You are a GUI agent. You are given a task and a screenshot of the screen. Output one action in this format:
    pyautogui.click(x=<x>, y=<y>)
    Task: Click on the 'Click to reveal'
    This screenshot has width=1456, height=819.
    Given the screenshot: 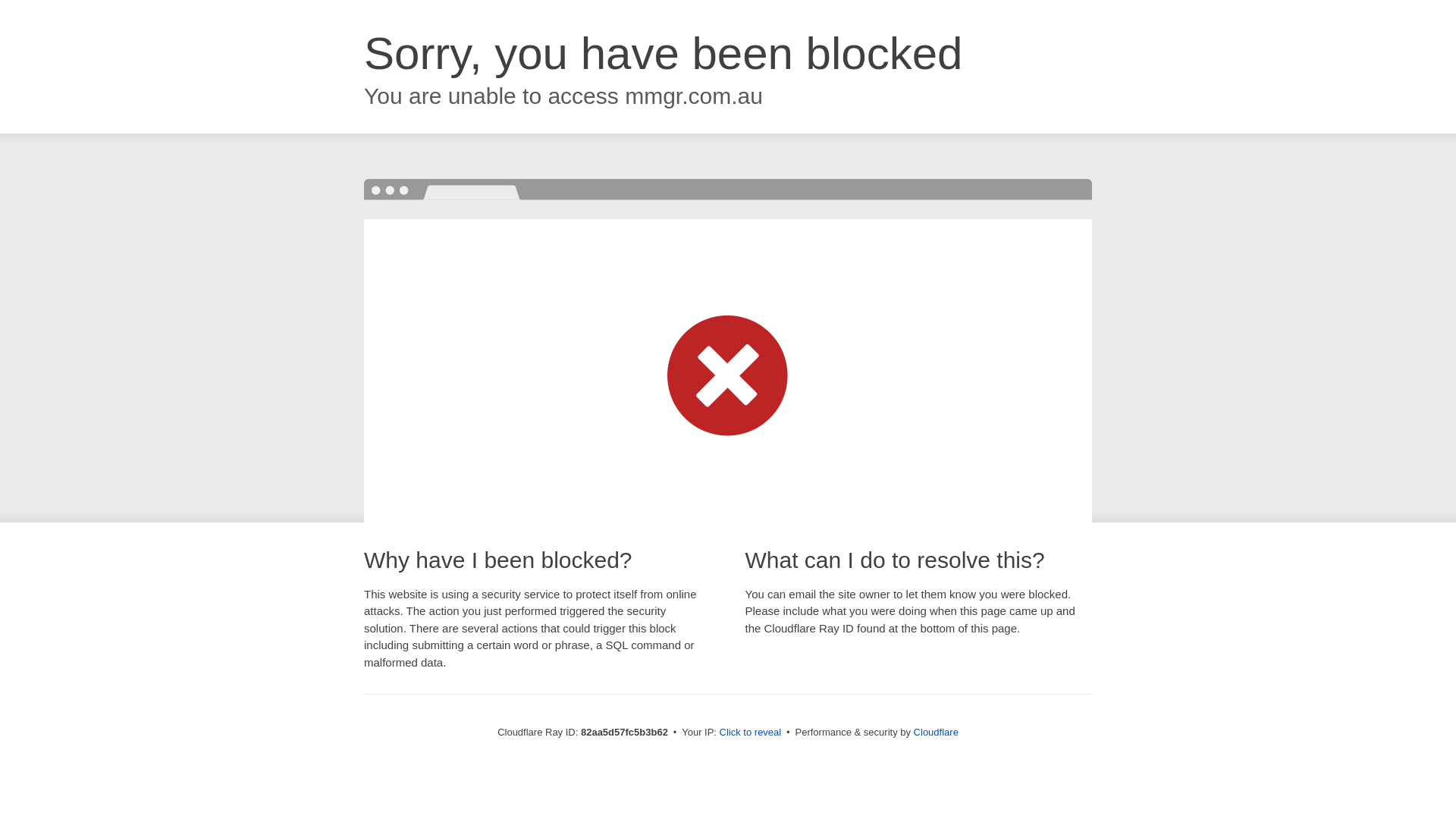 What is the action you would take?
    pyautogui.click(x=750, y=731)
    